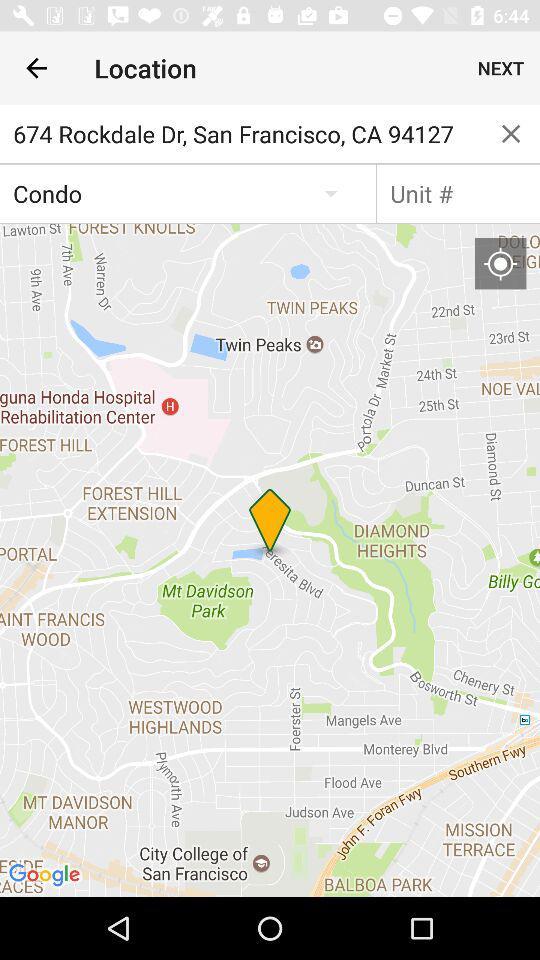 This screenshot has width=540, height=960. I want to click on or exit page, so click(511, 132).